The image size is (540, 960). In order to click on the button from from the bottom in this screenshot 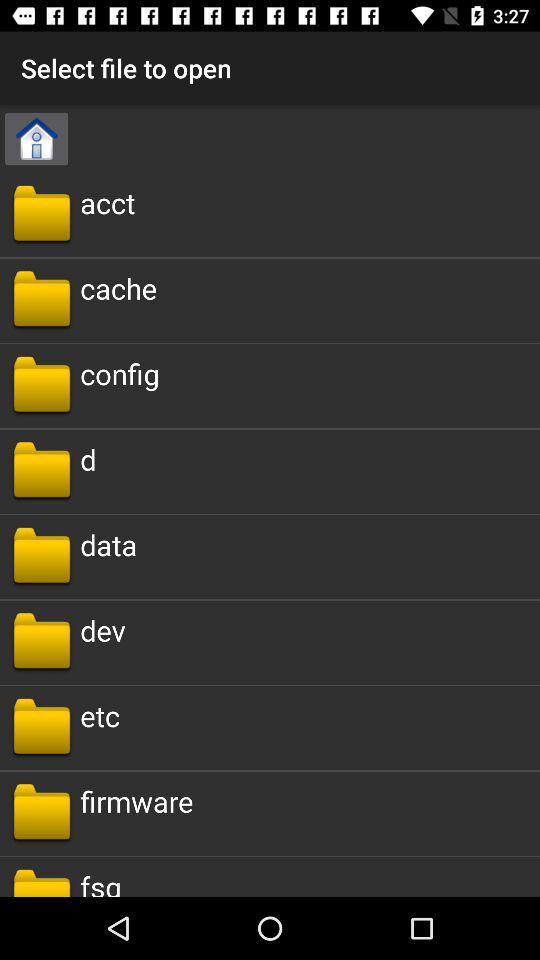, I will do `click(42, 881)`.